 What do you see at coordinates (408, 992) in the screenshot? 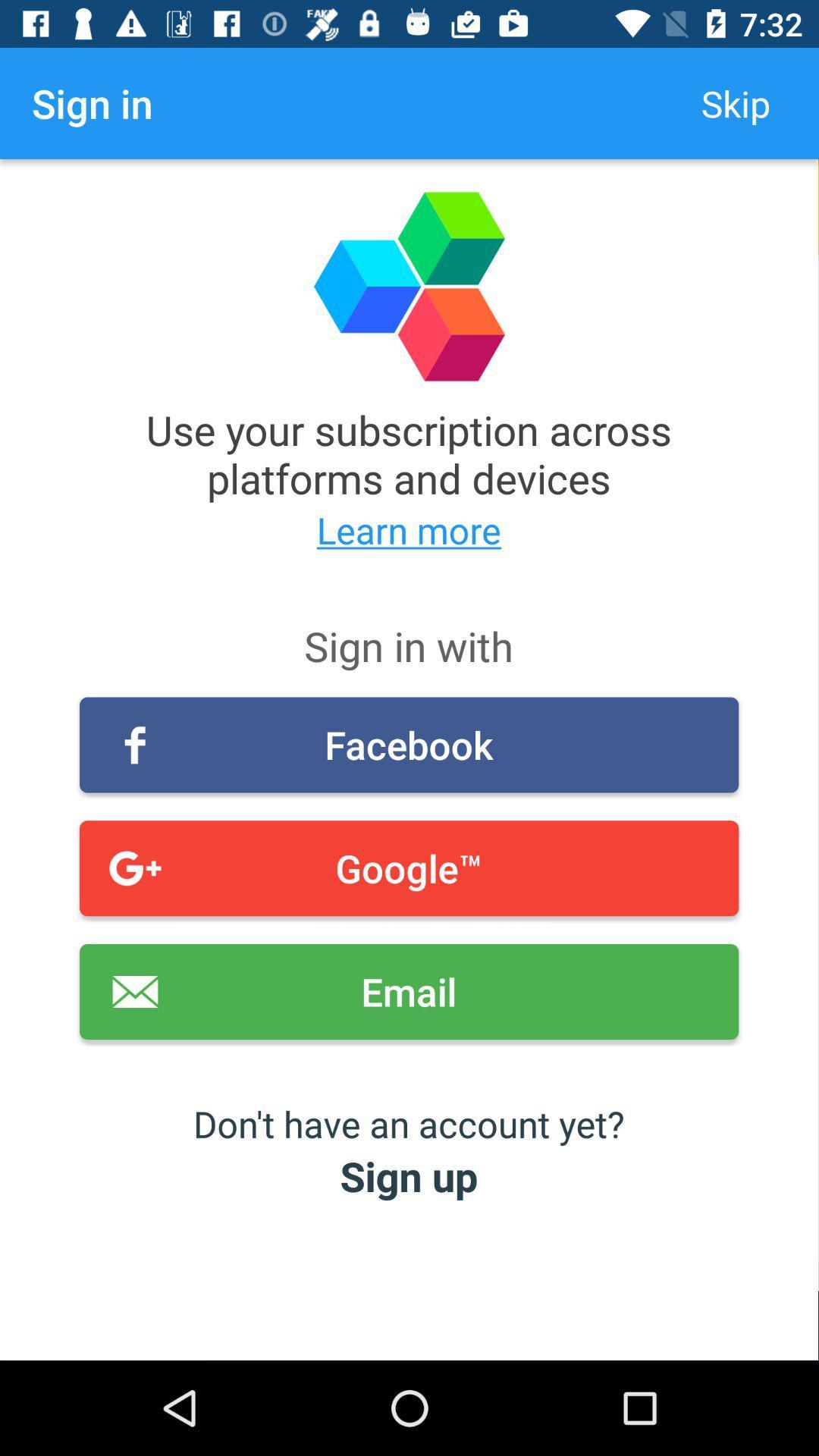
I see `icon above the don t have item` at bounding box center [408, 992].